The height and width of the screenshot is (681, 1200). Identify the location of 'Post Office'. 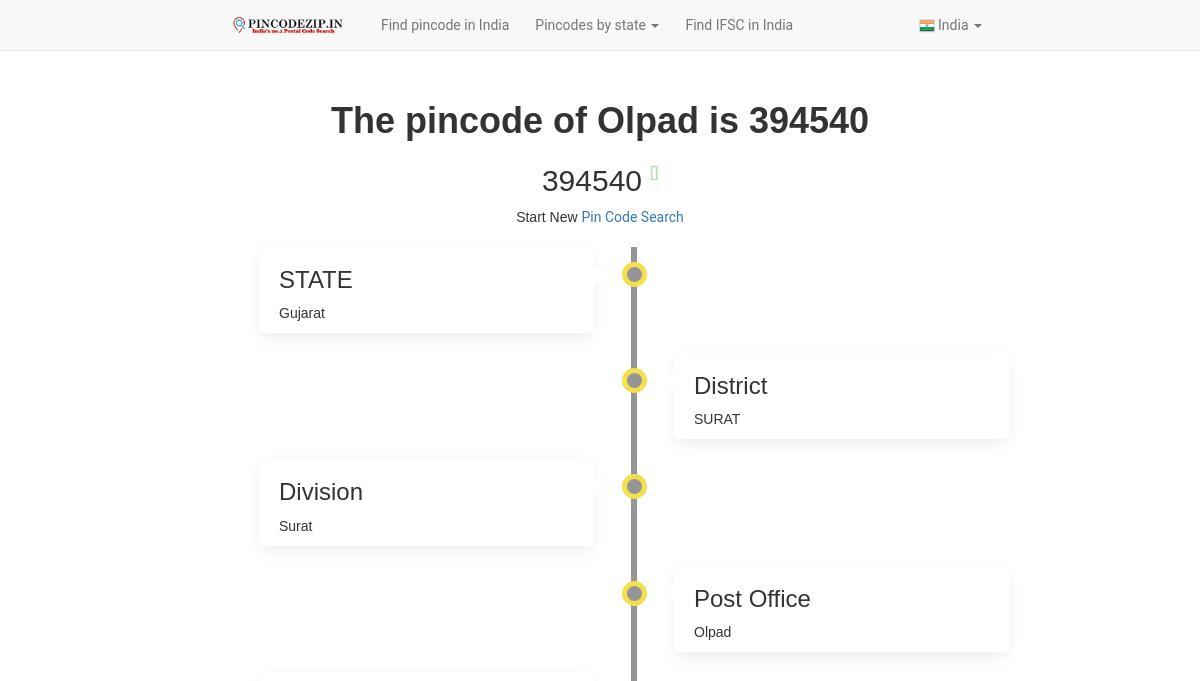
(693, 597).